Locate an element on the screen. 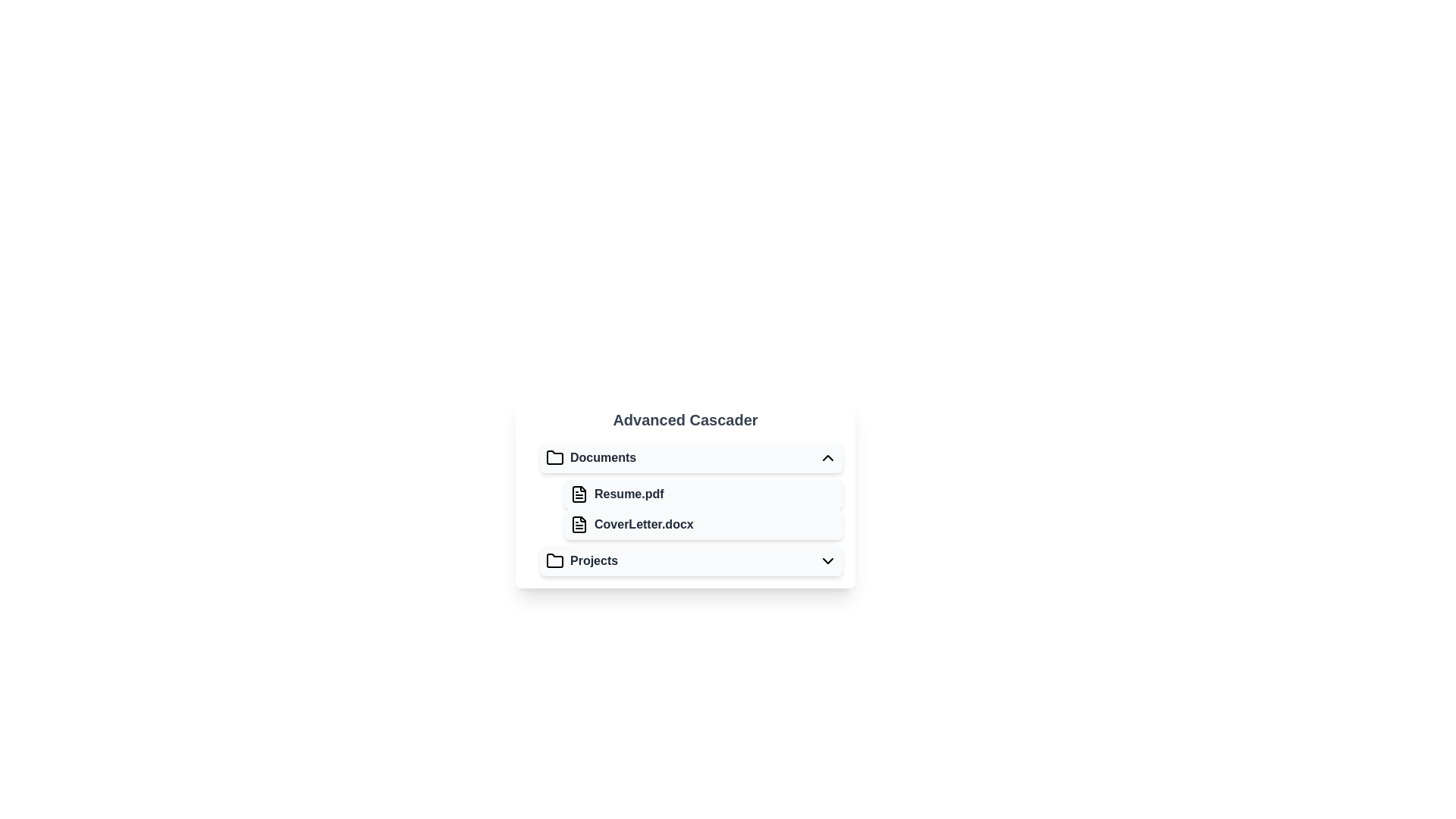  the static text label displaying 'Resume.pdf', which is styled with semibold font-weight and gray color, located next to a file icon in the 'Documents' section of the hierarchical navigation menu is located at coordinates (629, 494).